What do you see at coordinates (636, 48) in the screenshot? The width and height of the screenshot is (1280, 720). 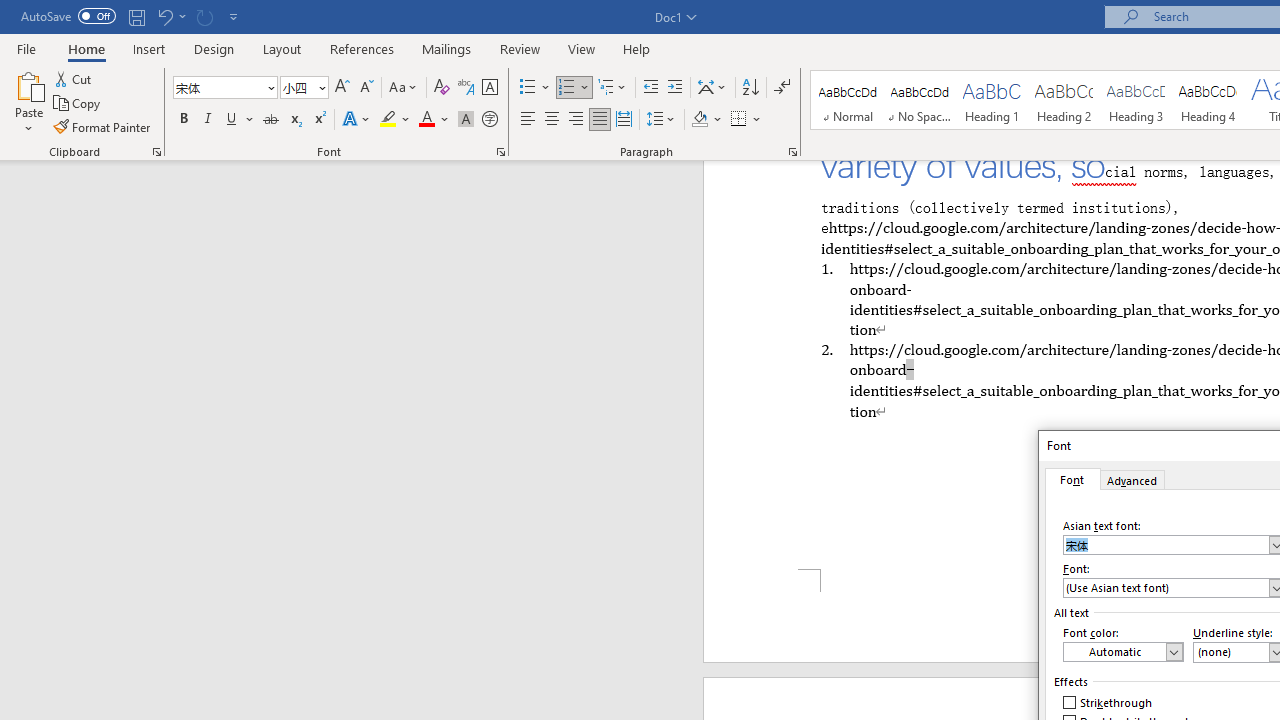 I see `'Help'` at bounding box center [636, 48].